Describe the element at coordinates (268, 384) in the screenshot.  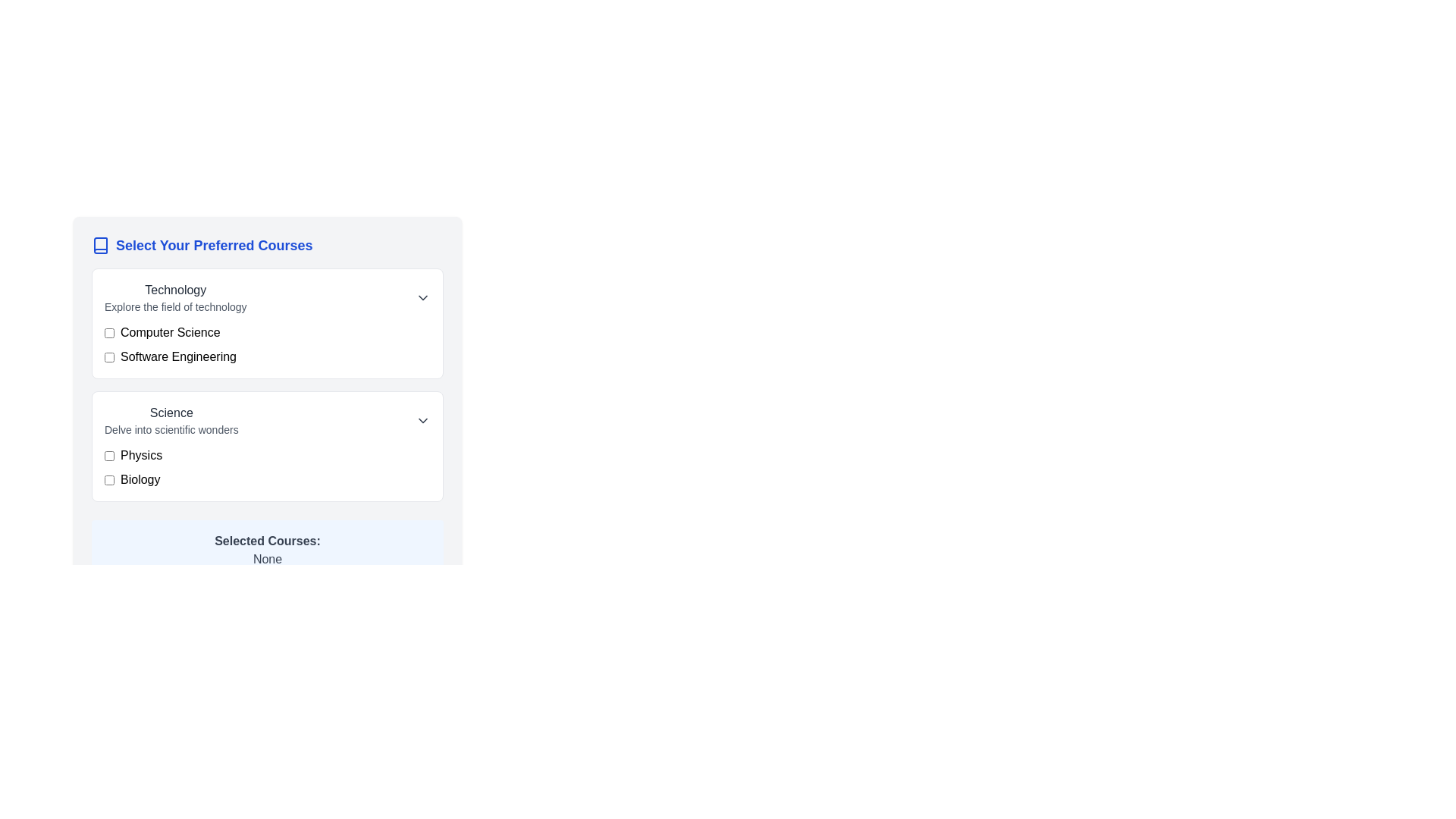
I see `the Divider element located in the 'Select Your Preferred Courses' section, which separates the 'Technology' and 'Science' courses` at that location.